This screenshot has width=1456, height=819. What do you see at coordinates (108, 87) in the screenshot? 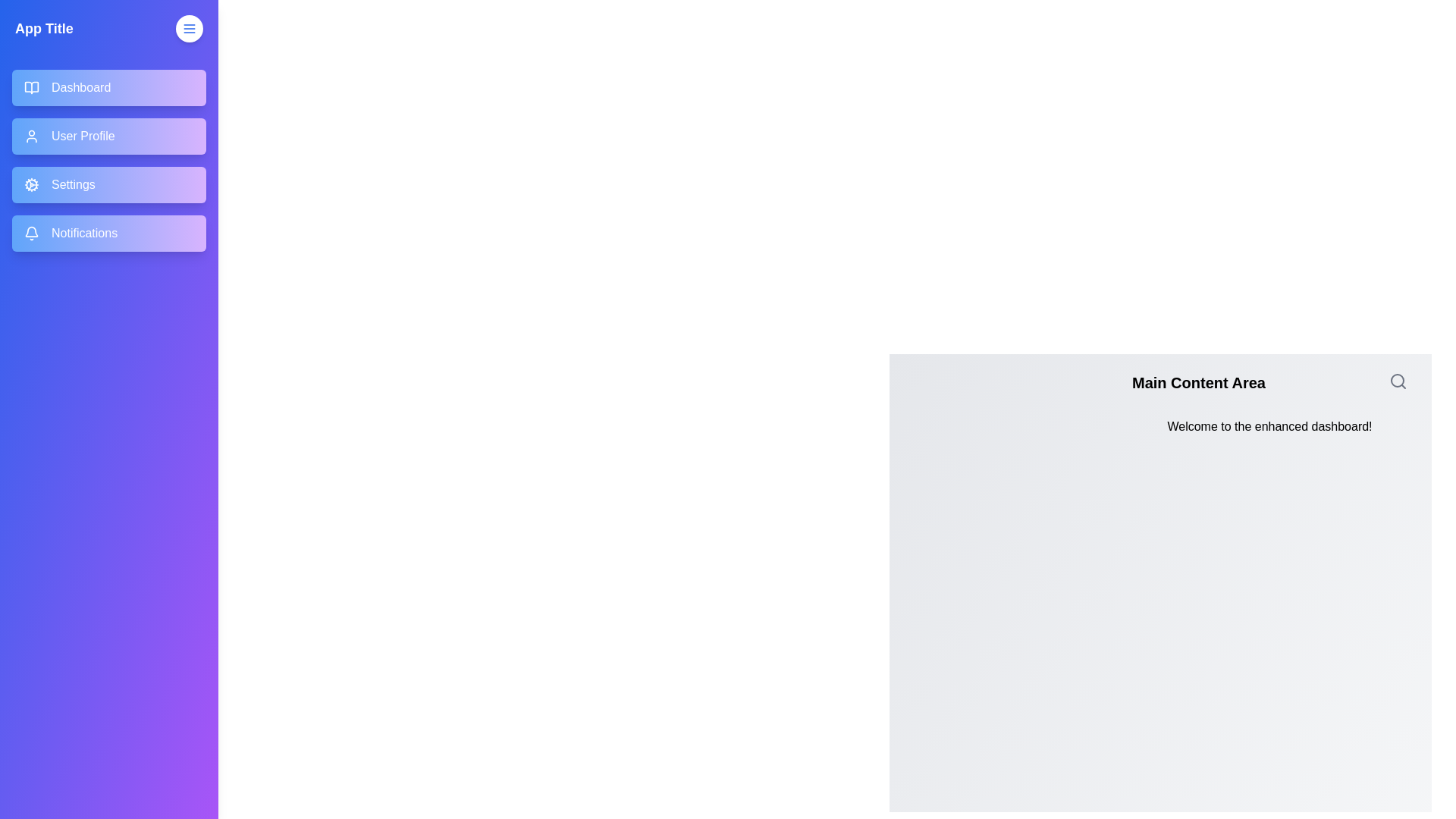
I see `the menu item Dashboard in the drawer` at bounding box center [108, 87].